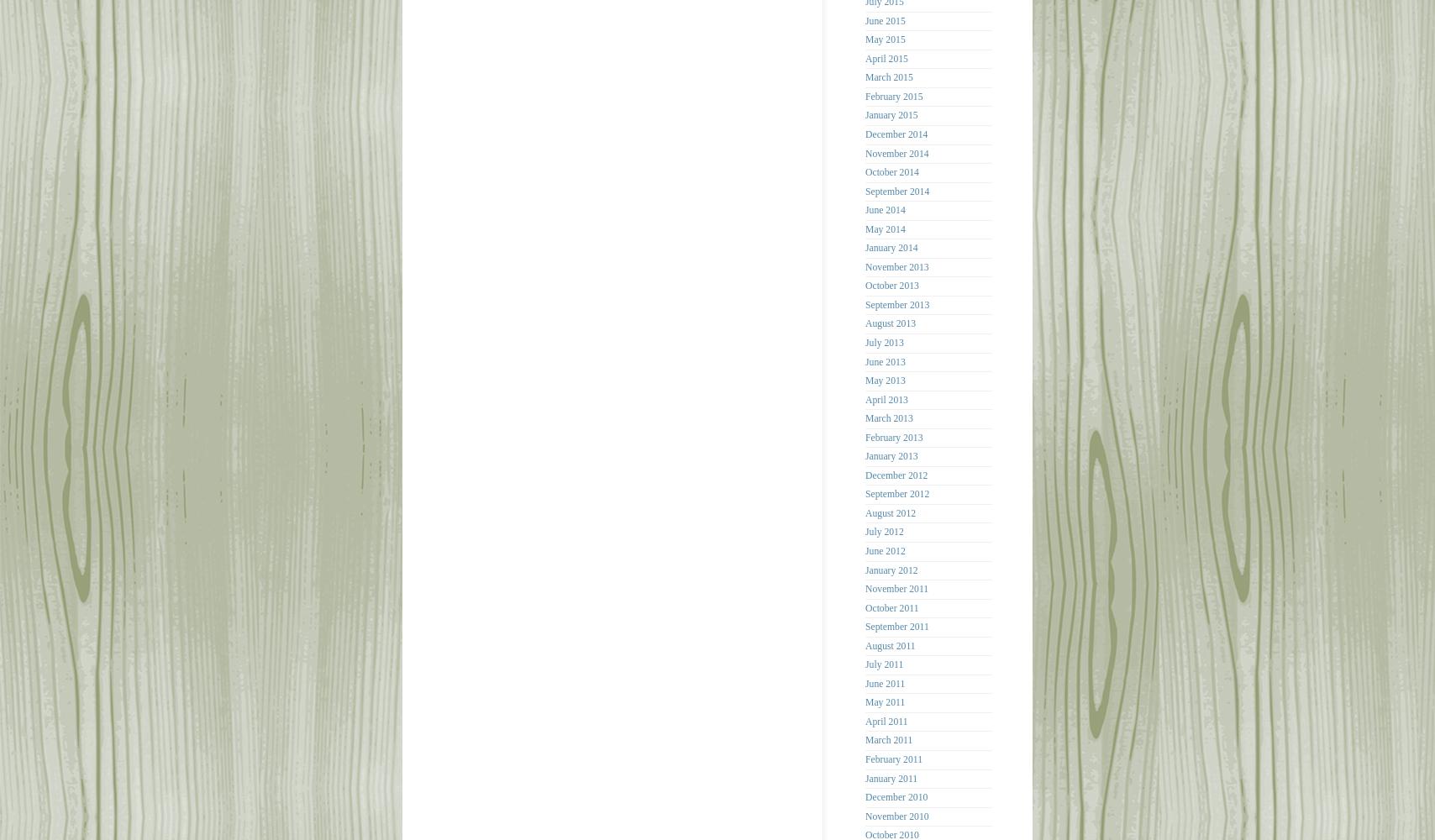 The image size is (1435, 840). What do you see at coordinates (897, 493) in the screenshot?
I see `'September 2012'` at bounding box center [897, 493].